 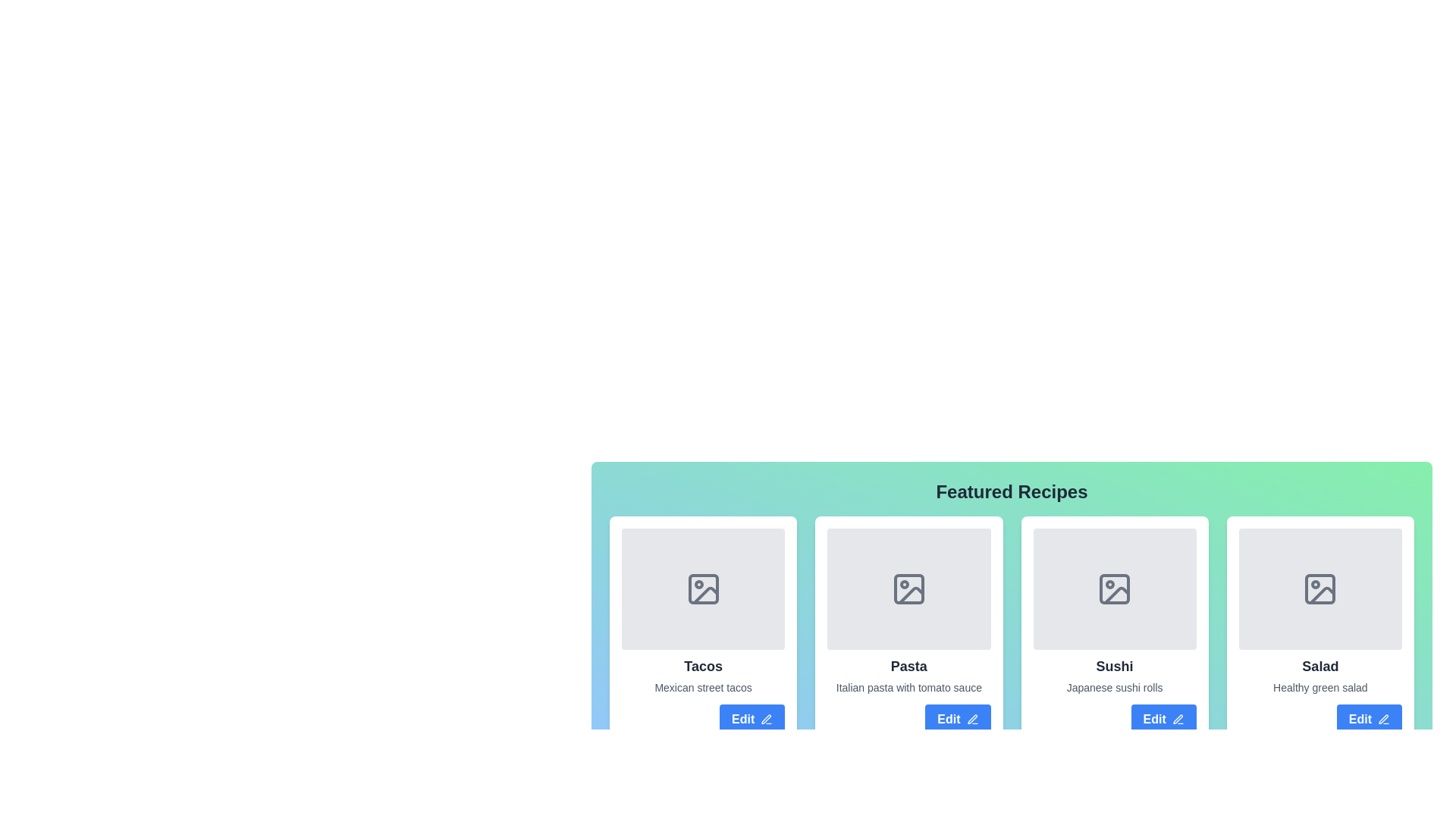 What do you see at coordinates (1115, 687) in the screenshot?
I see `the text label displaying 'Japanese sushi rolls', which is styled in gray and positioned below the header 'Sushi' within the third card of the featured recipes section` at bounding box center [1115, 687].